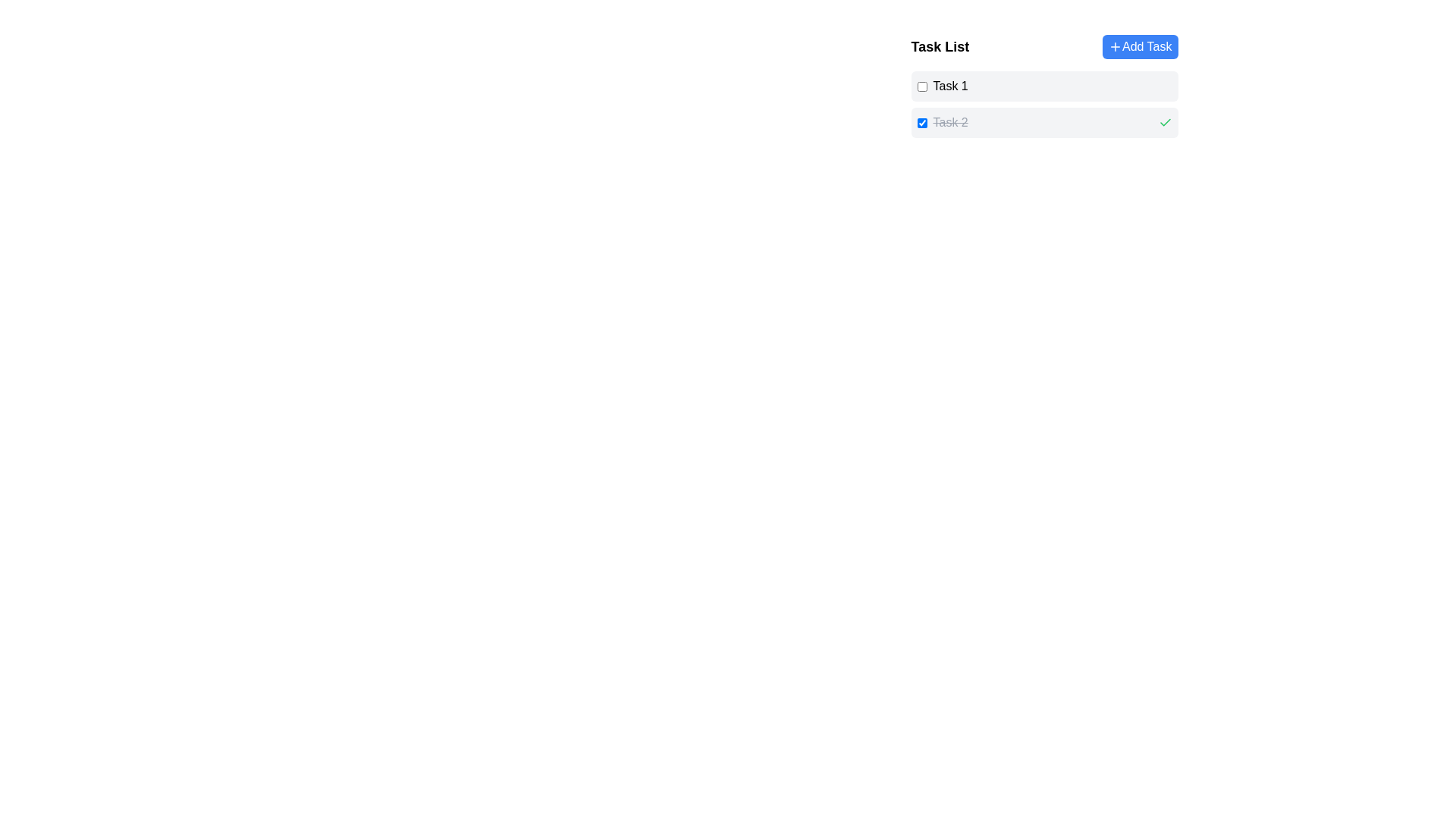 The width and height of the screenshot is (1456, 819). I want to click on text element displaying 'Task 1' located next to an unchecked checkbox in the task list interface, so click(949, 86).